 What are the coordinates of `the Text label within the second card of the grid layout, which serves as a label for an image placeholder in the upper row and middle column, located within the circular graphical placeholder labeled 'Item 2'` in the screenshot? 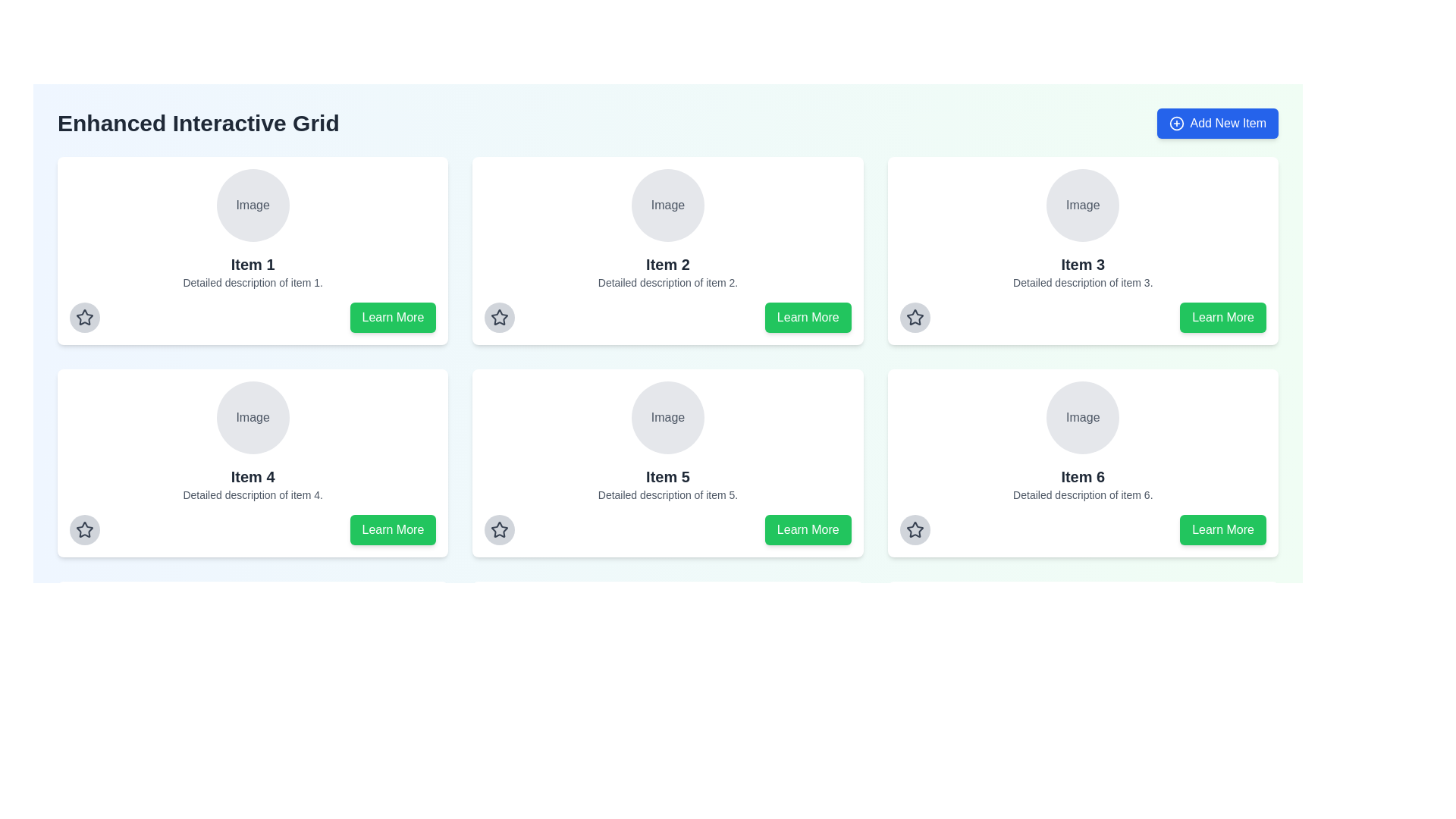 It's located at (667, 205).